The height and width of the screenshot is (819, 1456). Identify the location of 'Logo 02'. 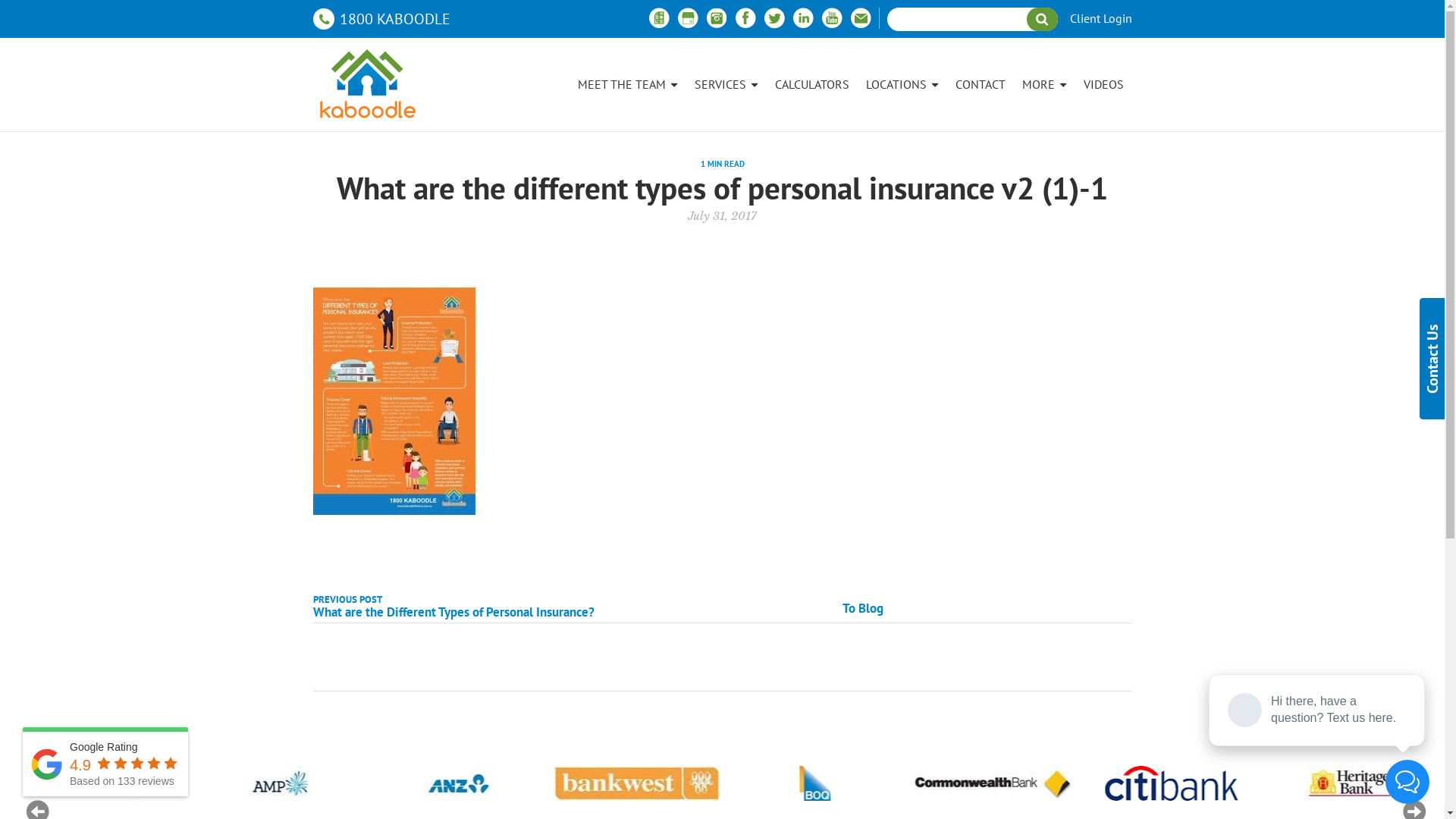
(99, 783).